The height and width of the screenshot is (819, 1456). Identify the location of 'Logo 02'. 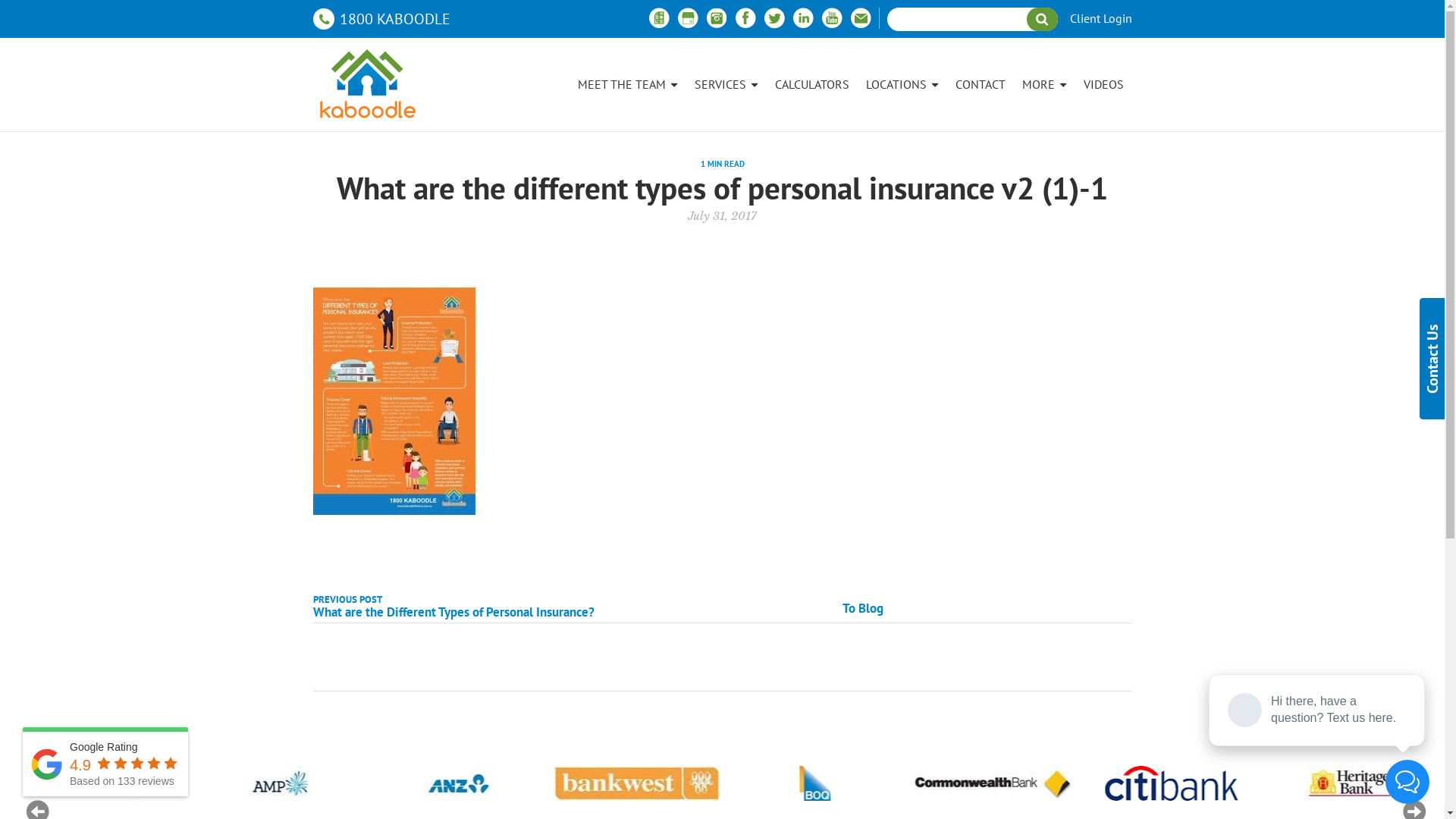
(99, 783).